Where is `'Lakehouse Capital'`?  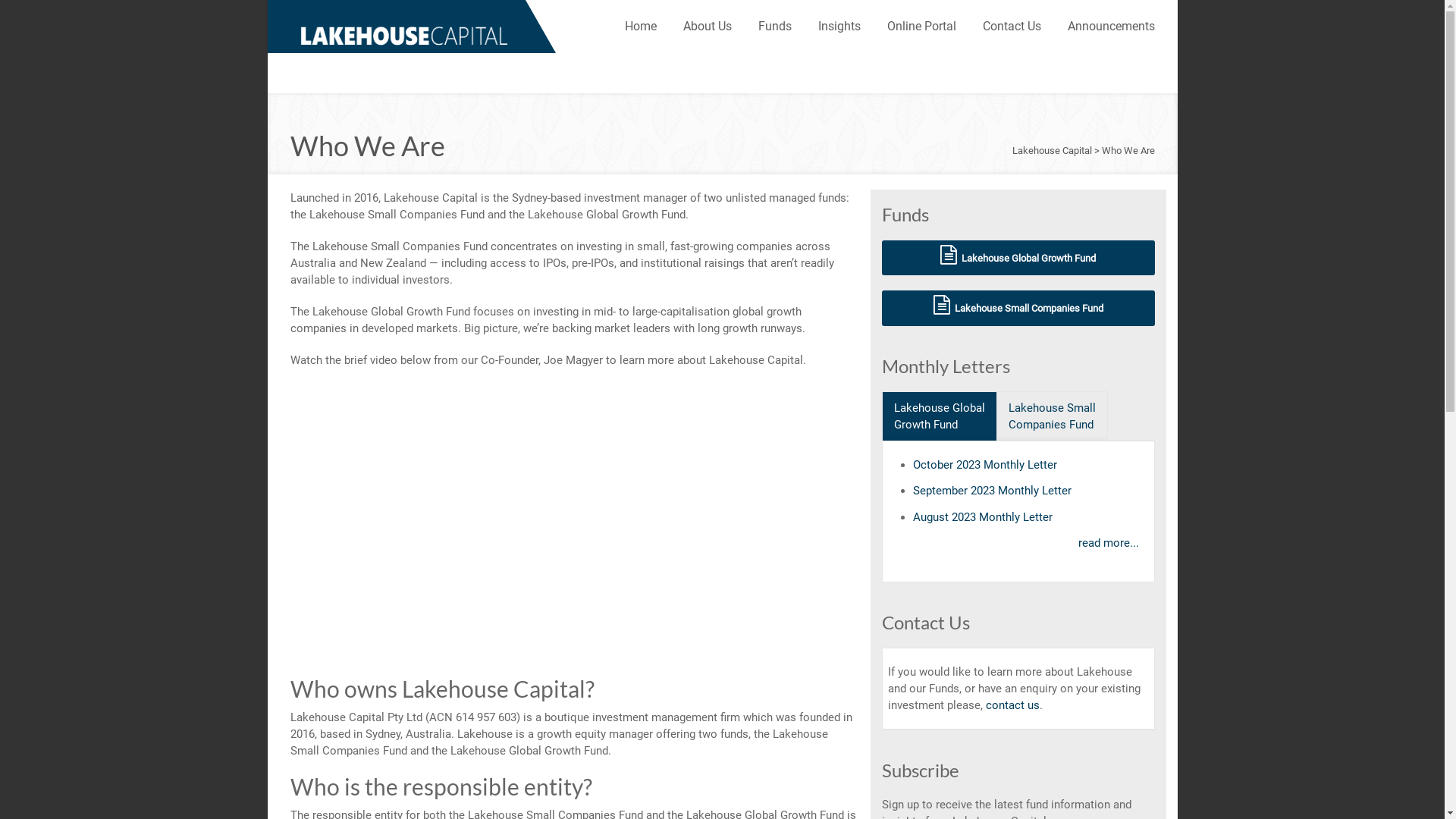
'Lakehouse Capital' is located at coordinates (403, 34).